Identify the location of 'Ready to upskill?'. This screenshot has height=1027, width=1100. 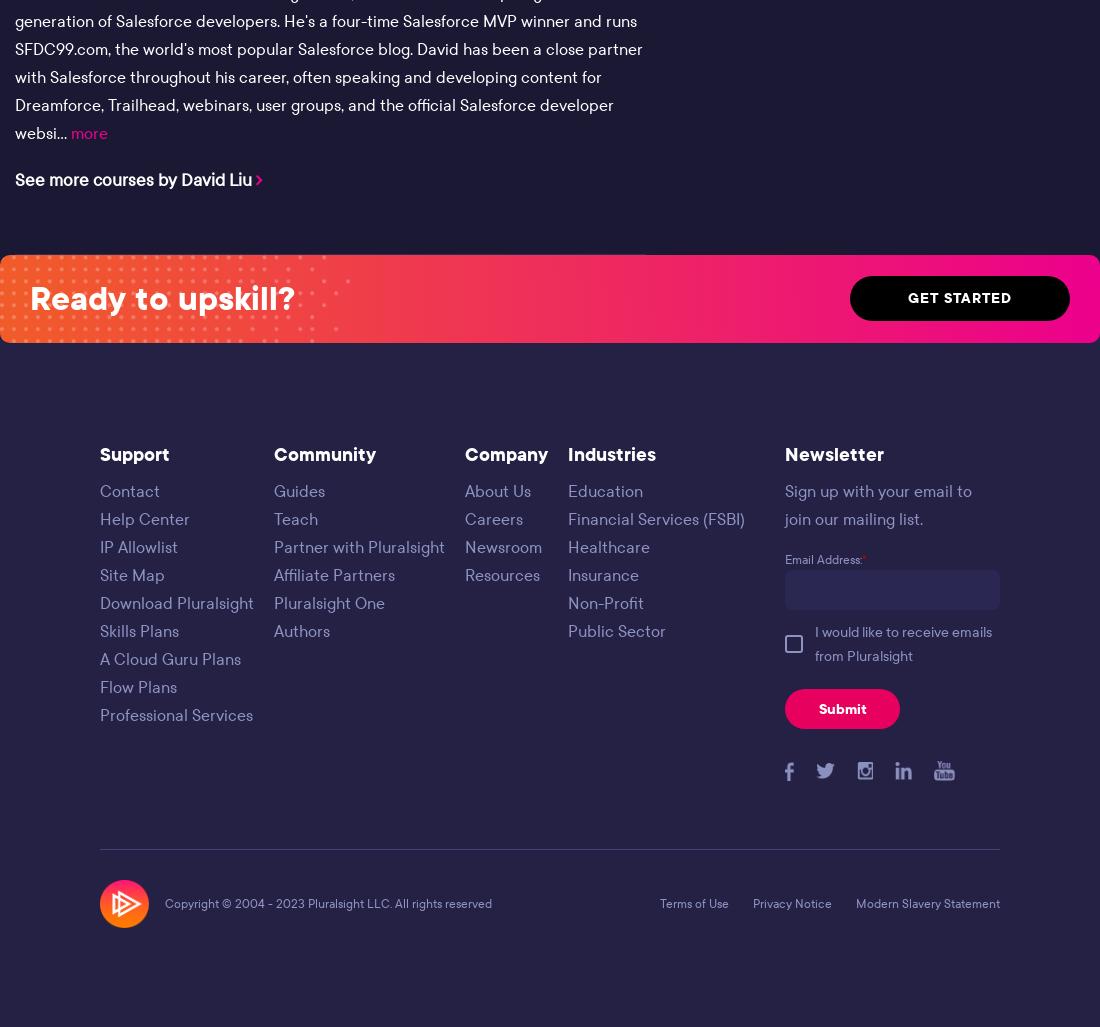
(161, 296).